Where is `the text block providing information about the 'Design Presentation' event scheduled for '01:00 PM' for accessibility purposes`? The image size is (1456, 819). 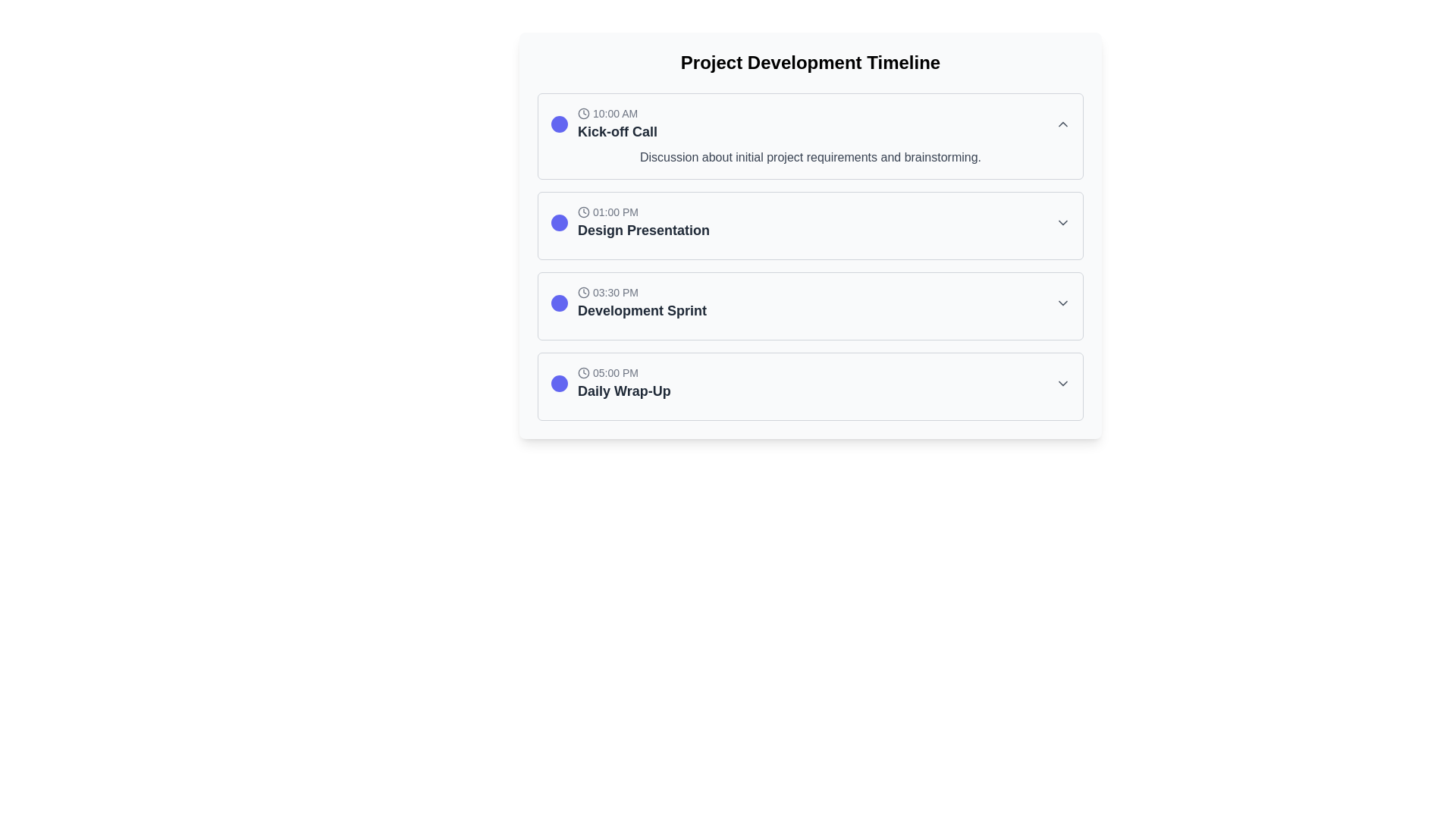 the text block providing information about the 'Design Presentation' event scheduled for '01:00 PM' for accessibility purposes is located at coordinates (644, 222).